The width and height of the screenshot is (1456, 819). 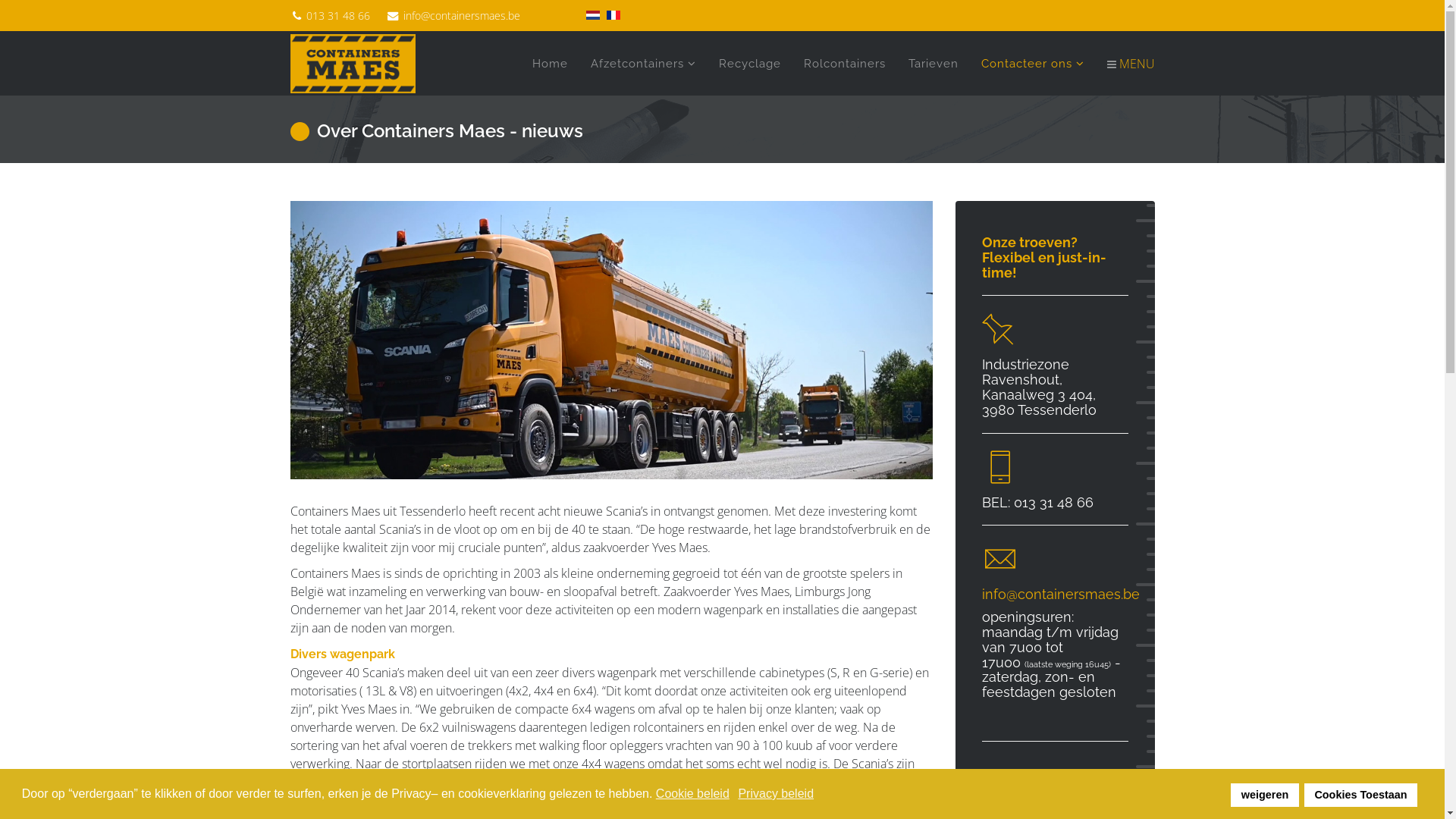 What do you see at coordinates (1059, 593) in the screenshot?
I see `'info@containersmaes.be'` at bounding box center [1059, 593].